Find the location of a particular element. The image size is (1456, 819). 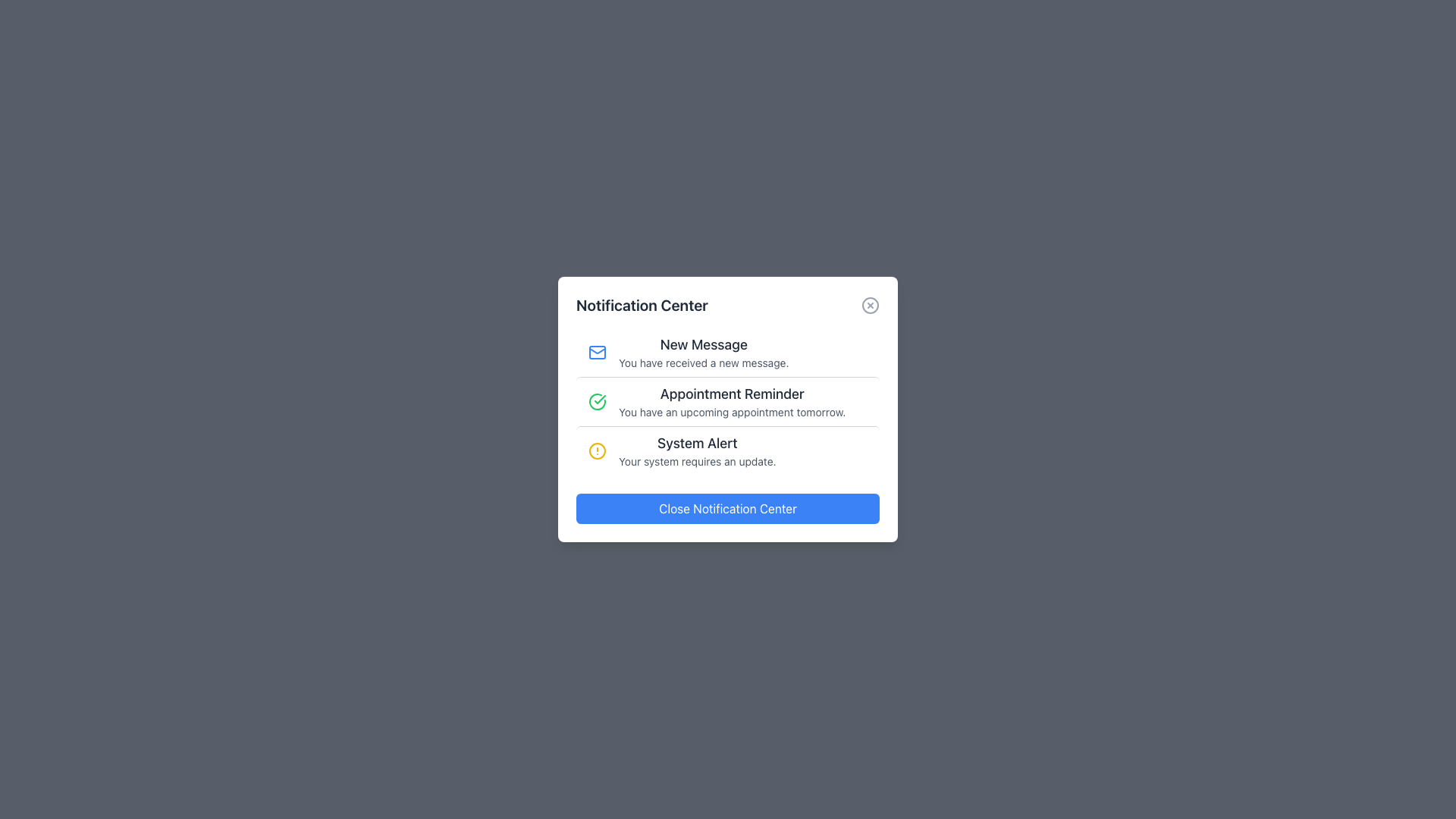

the static text element that displays the notification for the upcoming appointment, located in the second notification entry of the notification panel is located at coordinates (732, 412).